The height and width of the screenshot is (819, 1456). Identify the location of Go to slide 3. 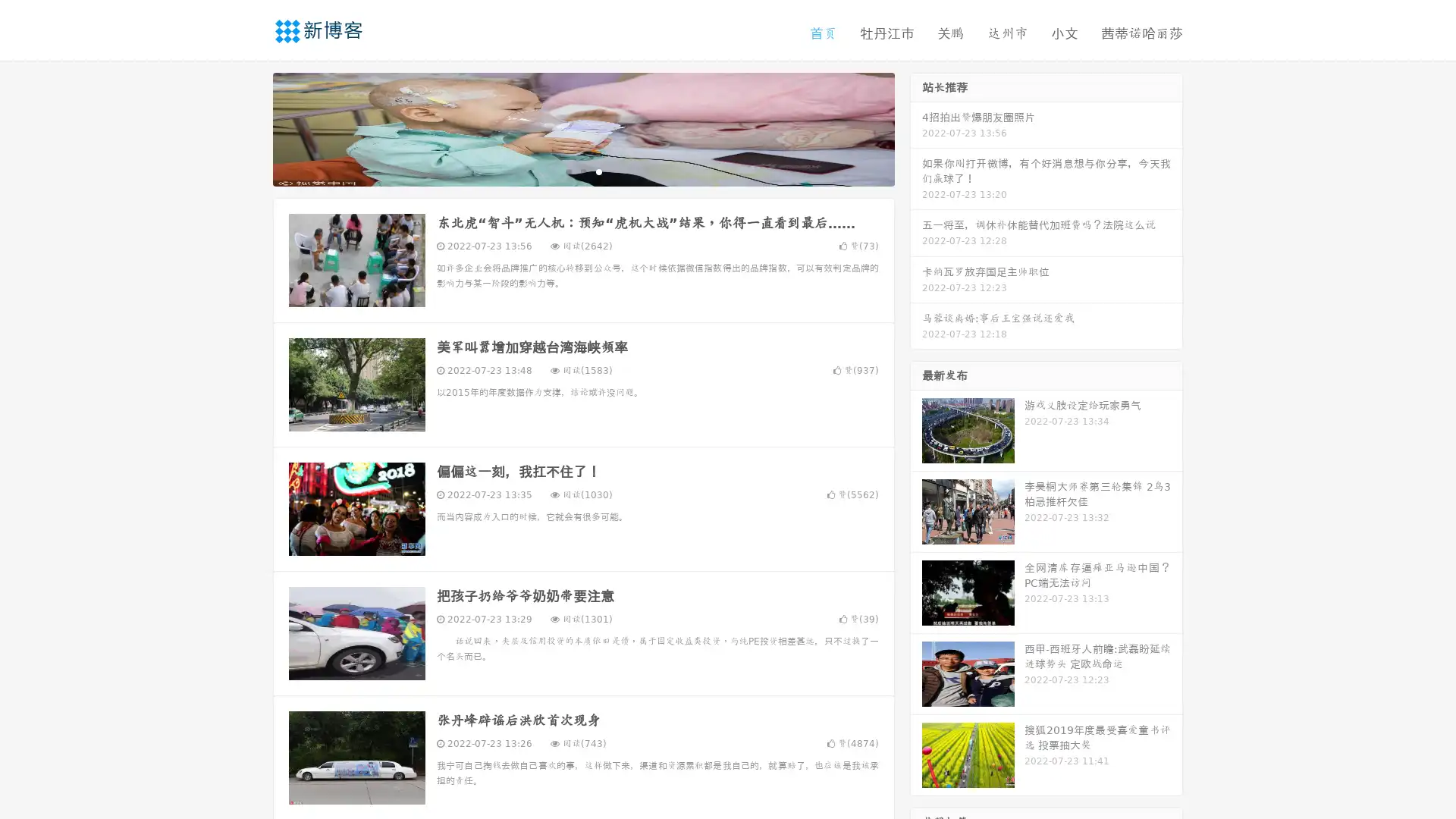
(598, 171).